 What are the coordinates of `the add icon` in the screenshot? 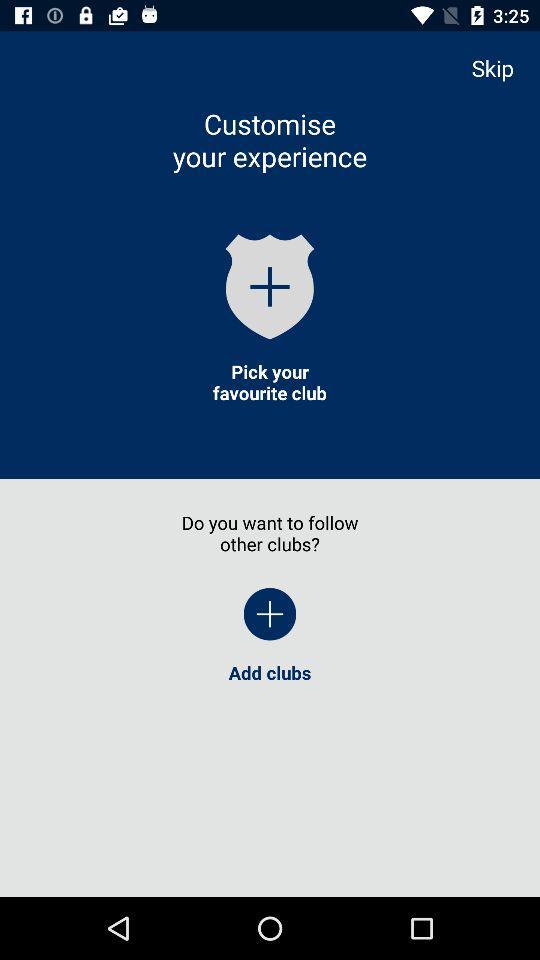 It's located at (270, 285).